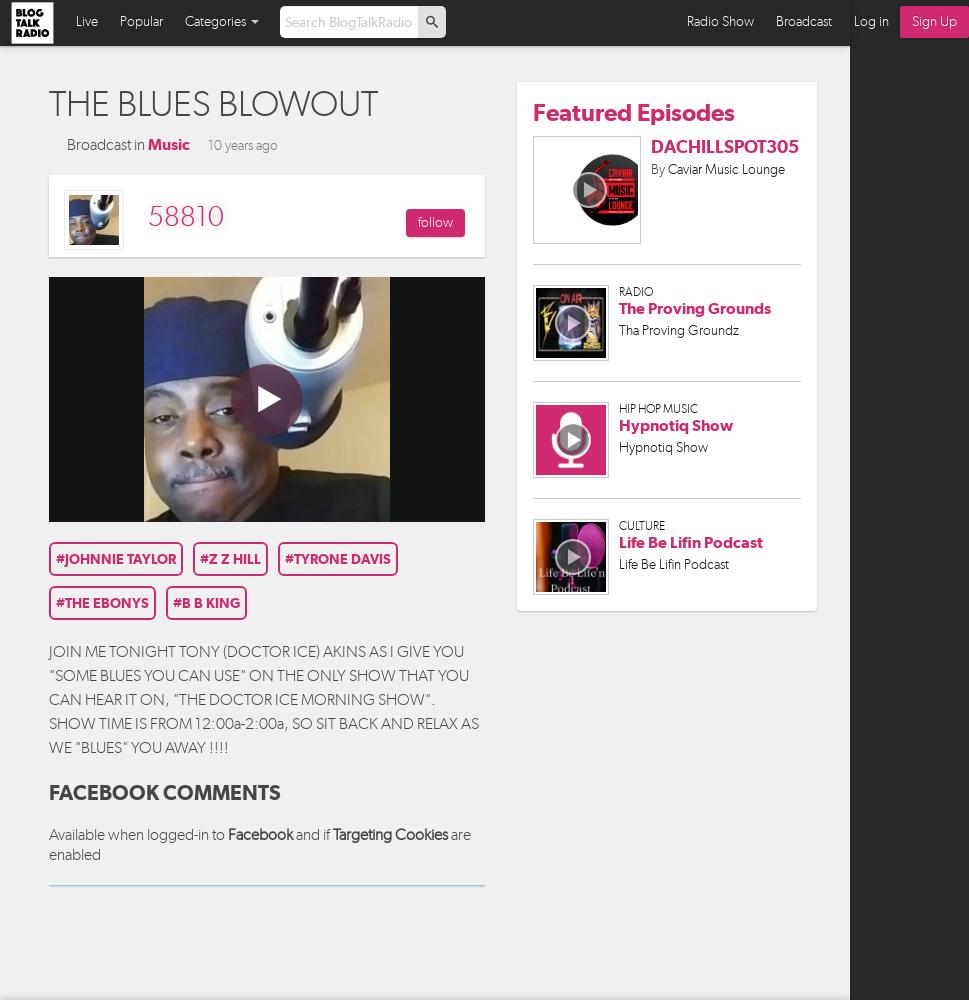  What do you see at coordinates (693, 308) in the screenshot?
I see `'The Proving Grounds'` at bounding box center [693, 308].